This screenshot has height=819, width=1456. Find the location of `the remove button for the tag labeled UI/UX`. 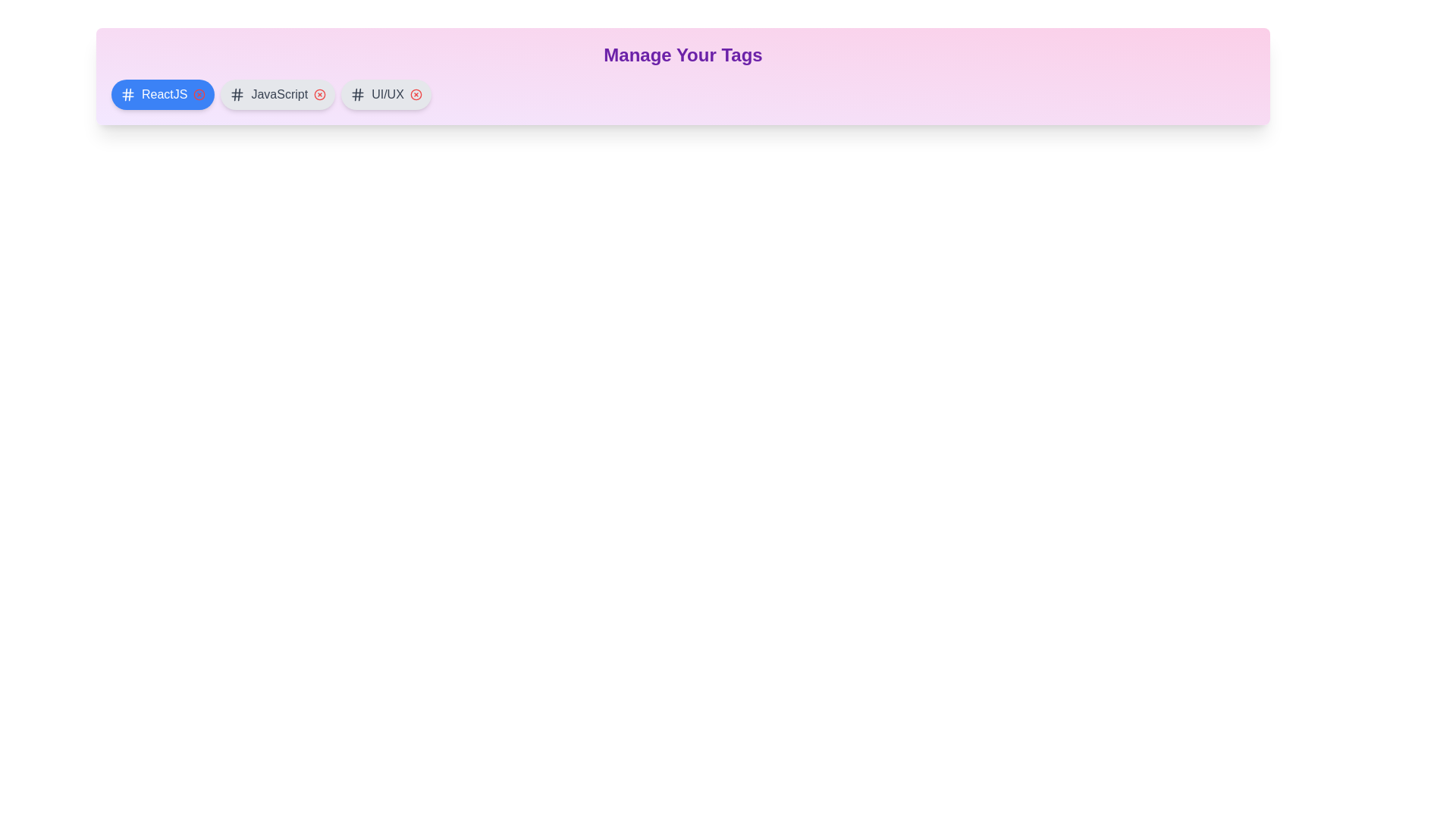

the remove button for the tag labeled UI/UX is located at coordinates (416, 94).